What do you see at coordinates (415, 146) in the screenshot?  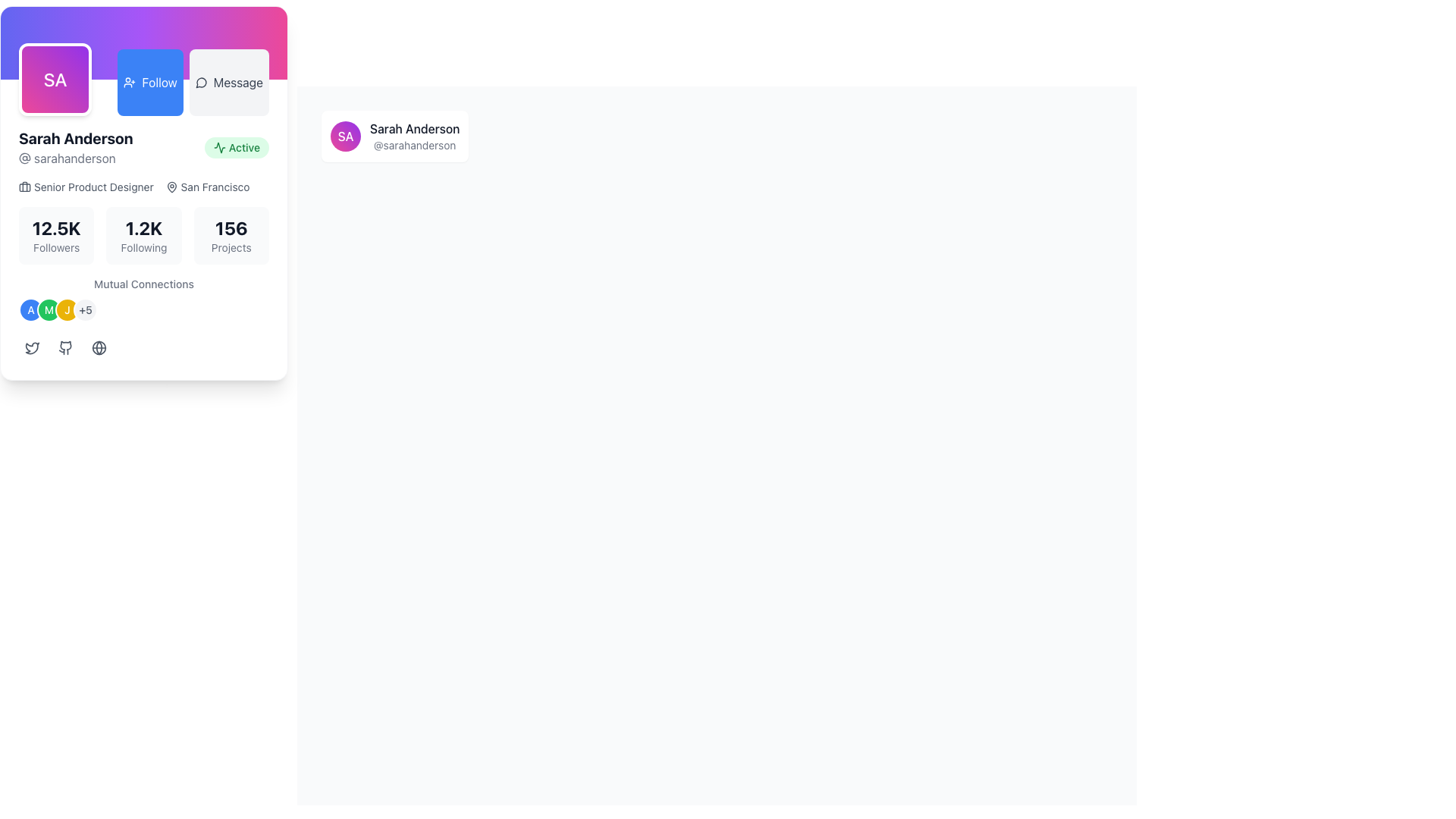 I see `the text label displaying '@sarahanderson'` at bounding box center [415, 146].